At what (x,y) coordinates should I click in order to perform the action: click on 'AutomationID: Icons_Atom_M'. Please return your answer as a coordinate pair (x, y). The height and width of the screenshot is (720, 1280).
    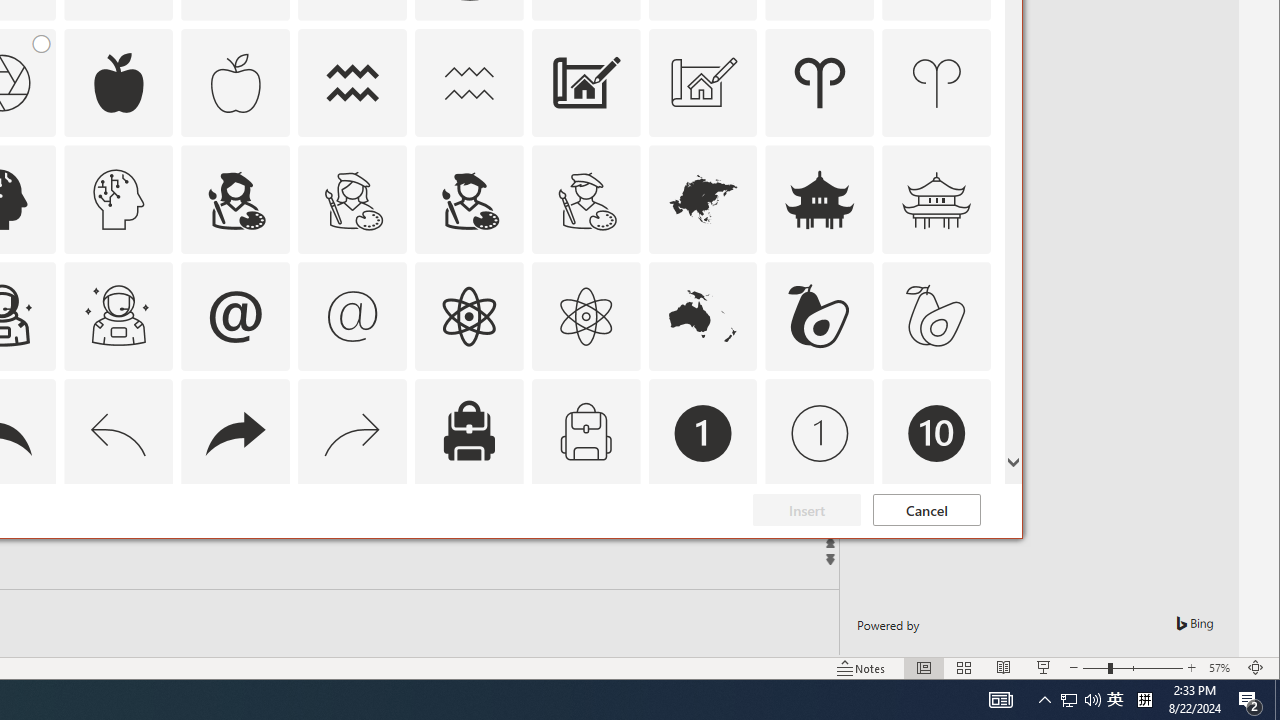
    Looking at the image, I should click on (585, 315).